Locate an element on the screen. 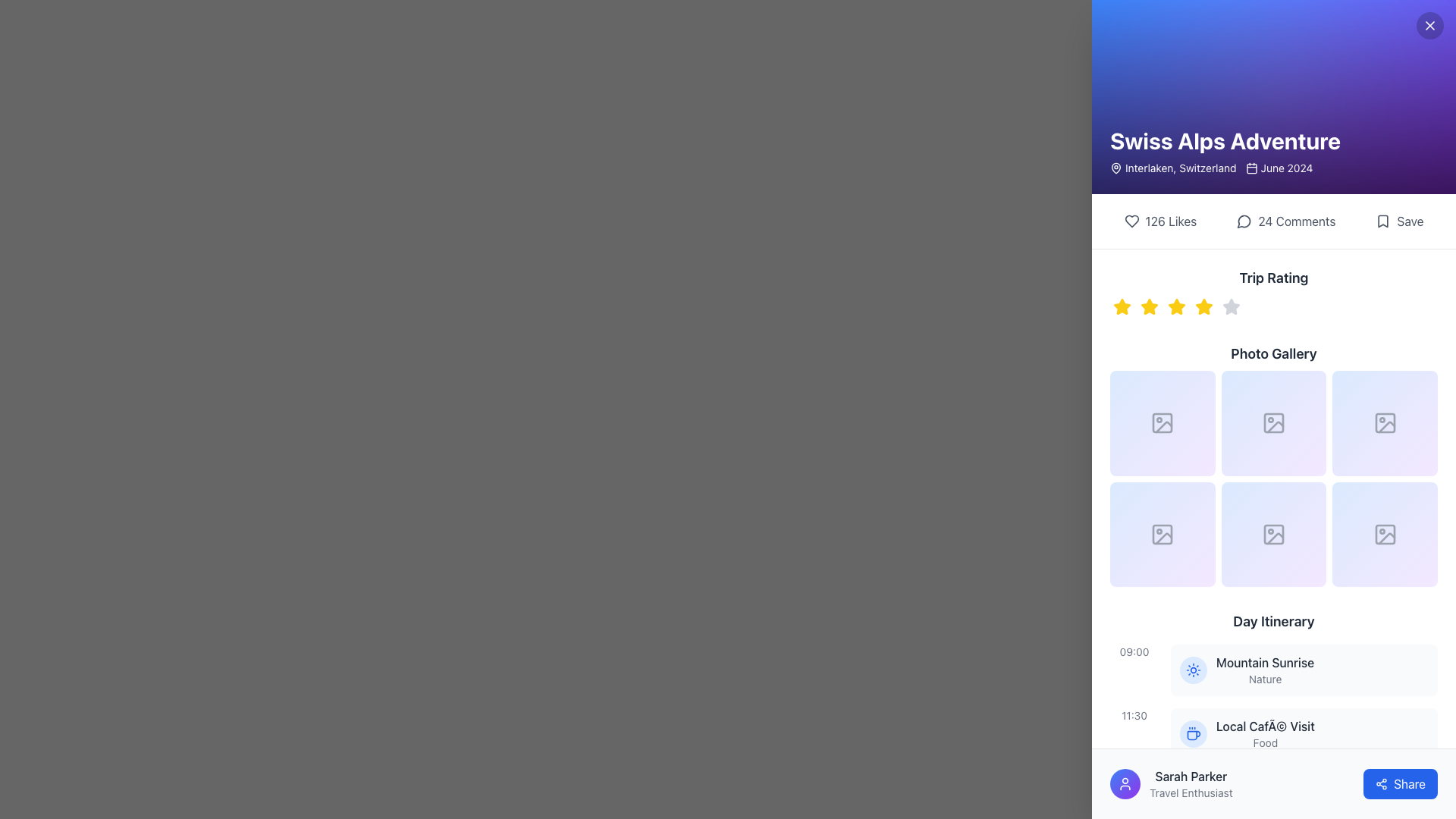  the small rounded rectangle element that is part of the image placeholder icon in the top-left corner of the six-grid photo gallery section is located at coordinates (1162, 423).